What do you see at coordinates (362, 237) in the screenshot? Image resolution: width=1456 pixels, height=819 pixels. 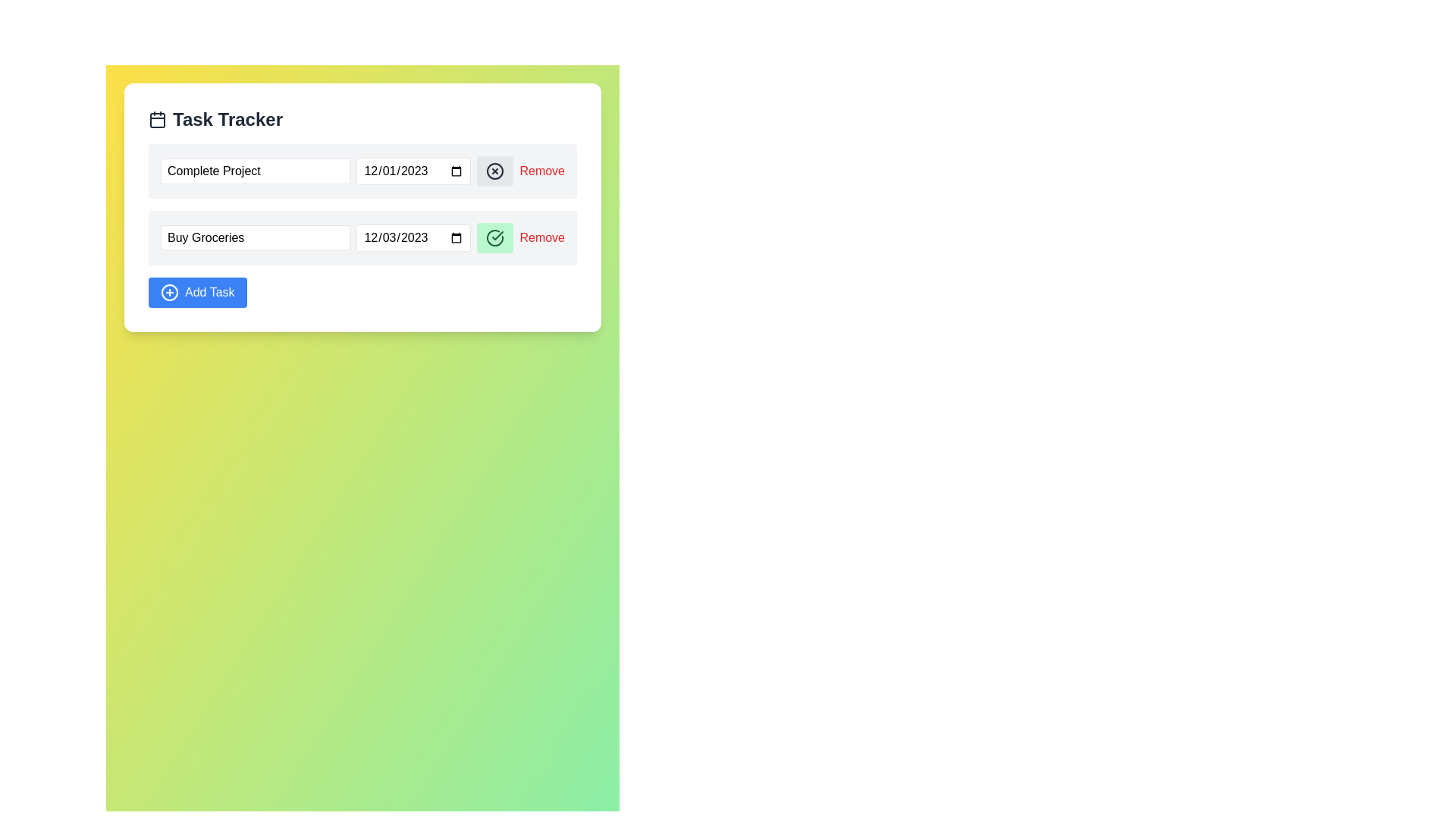 I see `the date input field of the second task management component in the Task Tracker interface to change the deadline` at bounding box center [362, 237].